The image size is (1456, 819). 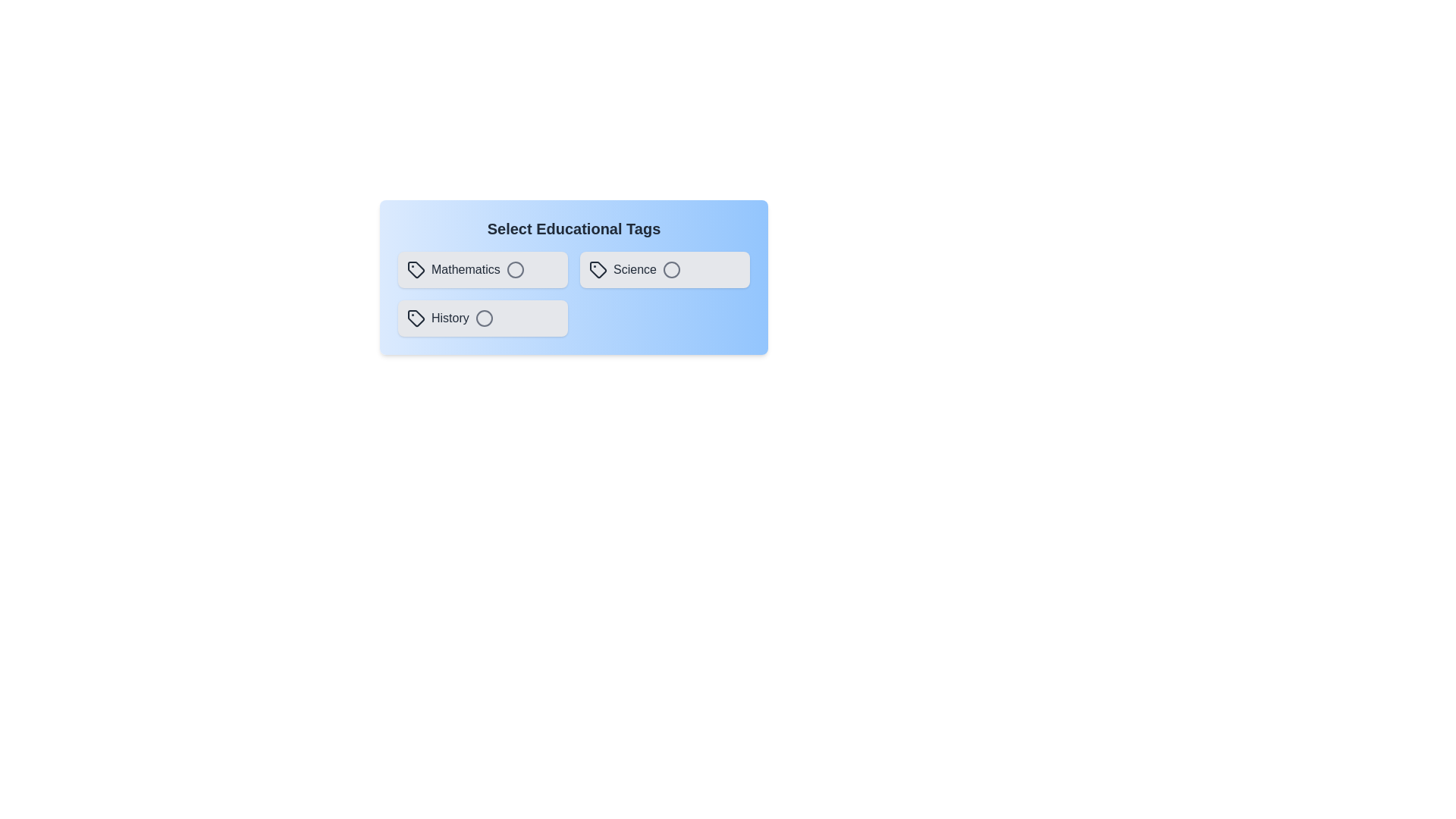 What do you see at coordinates (665, 268) in the screenshot?
I see `the tag Science` at bounding box center [665, 268].